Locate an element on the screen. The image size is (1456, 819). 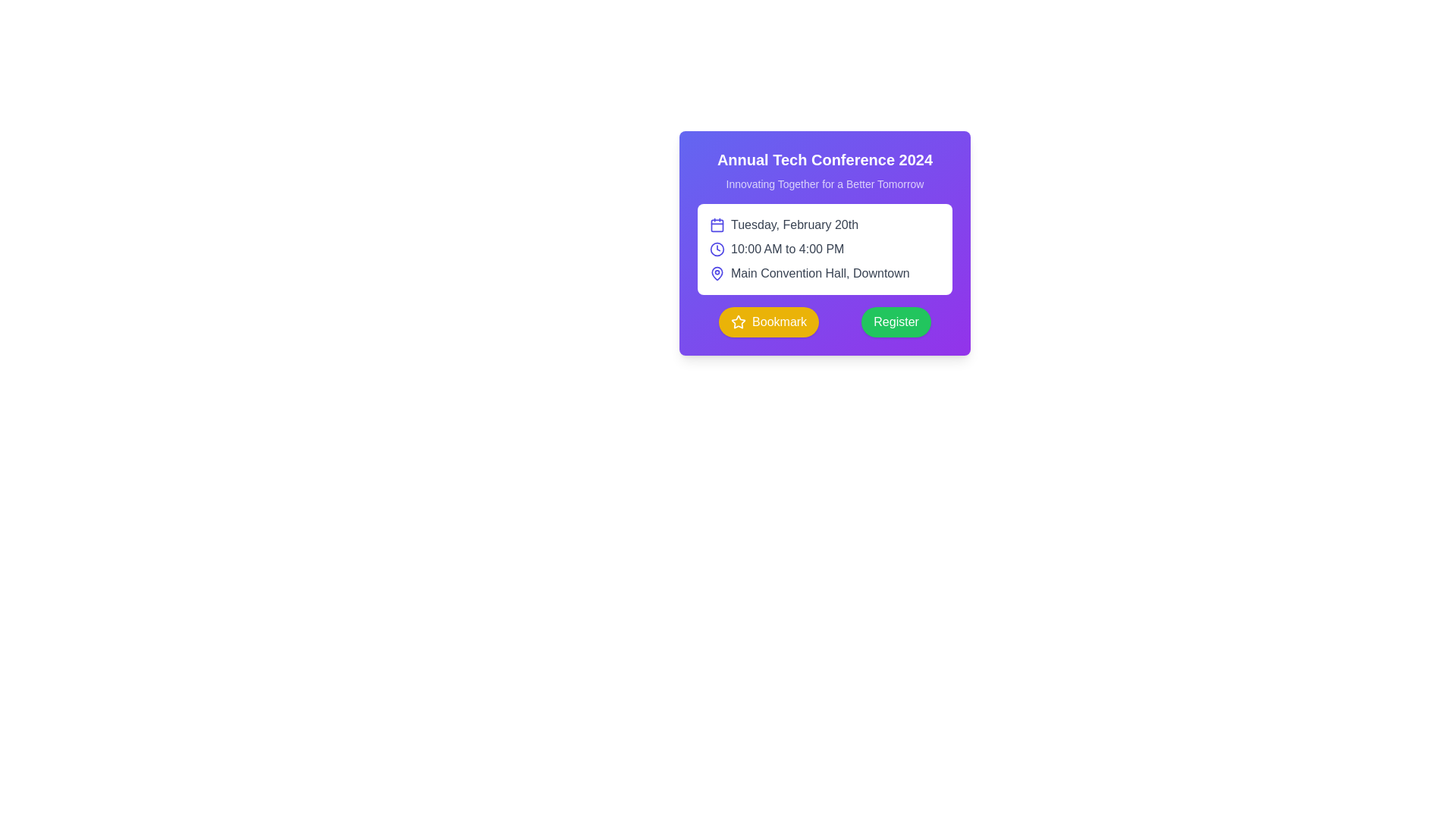
the static text element displaying 'Tuesday, February 20th', which is styled in dark color and serves as a date label in a white content box within a purple card is located at coordinates (794, 225).